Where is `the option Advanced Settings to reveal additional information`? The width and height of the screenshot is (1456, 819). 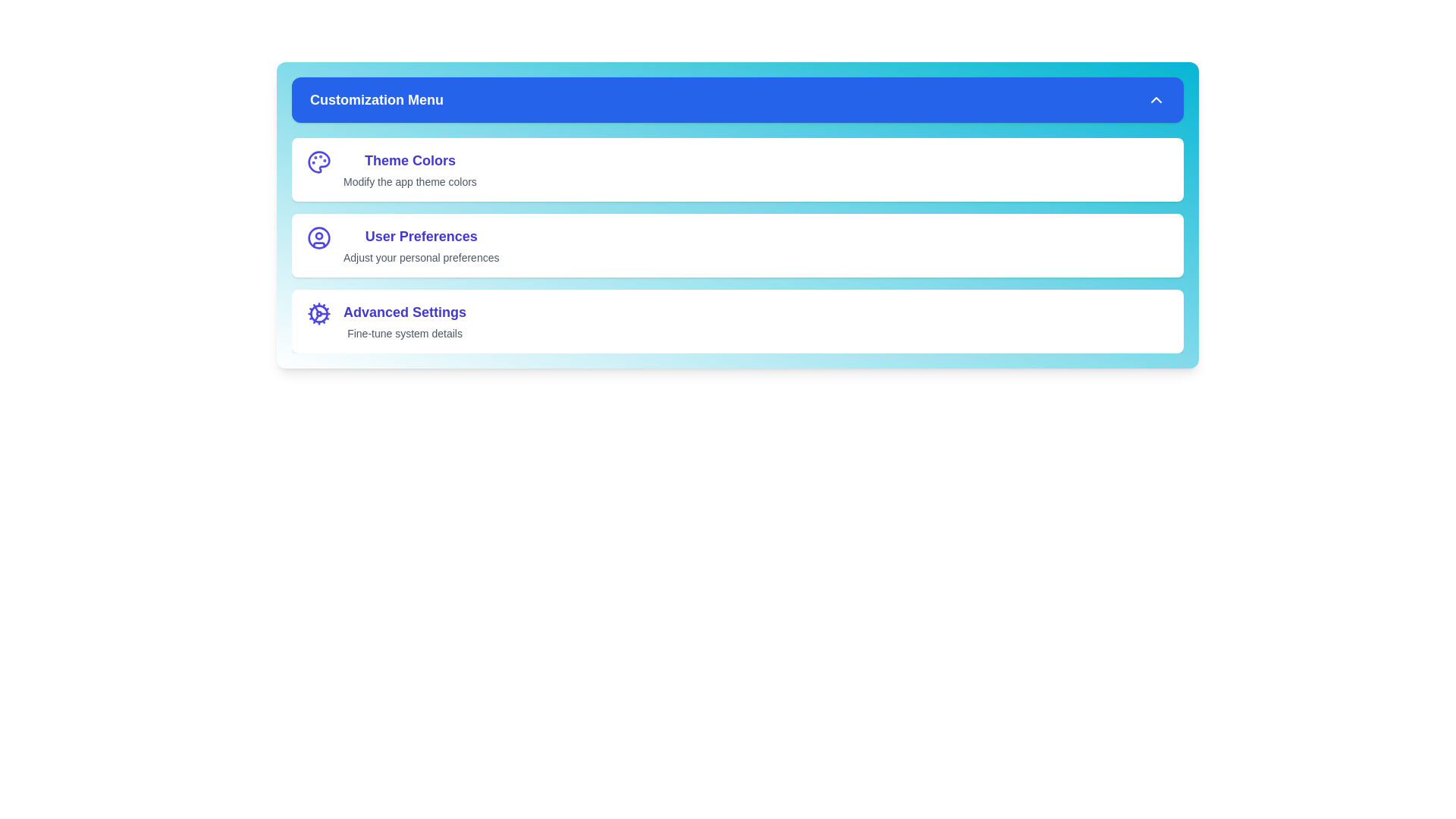
the option Advanced Settings to reveal additional information is located at coordinates (318, 321).